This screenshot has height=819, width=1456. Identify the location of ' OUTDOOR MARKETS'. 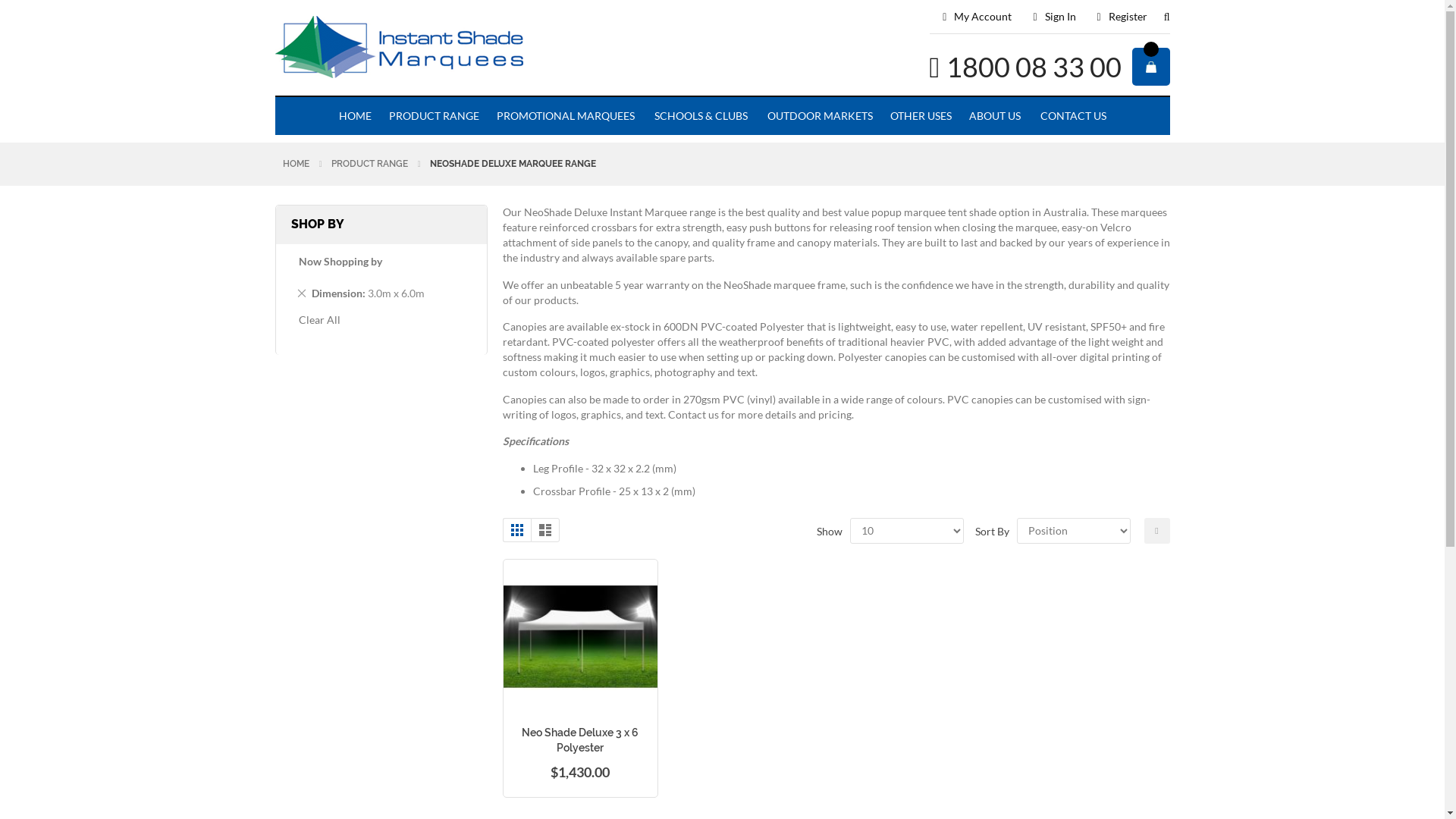
(817, 115).